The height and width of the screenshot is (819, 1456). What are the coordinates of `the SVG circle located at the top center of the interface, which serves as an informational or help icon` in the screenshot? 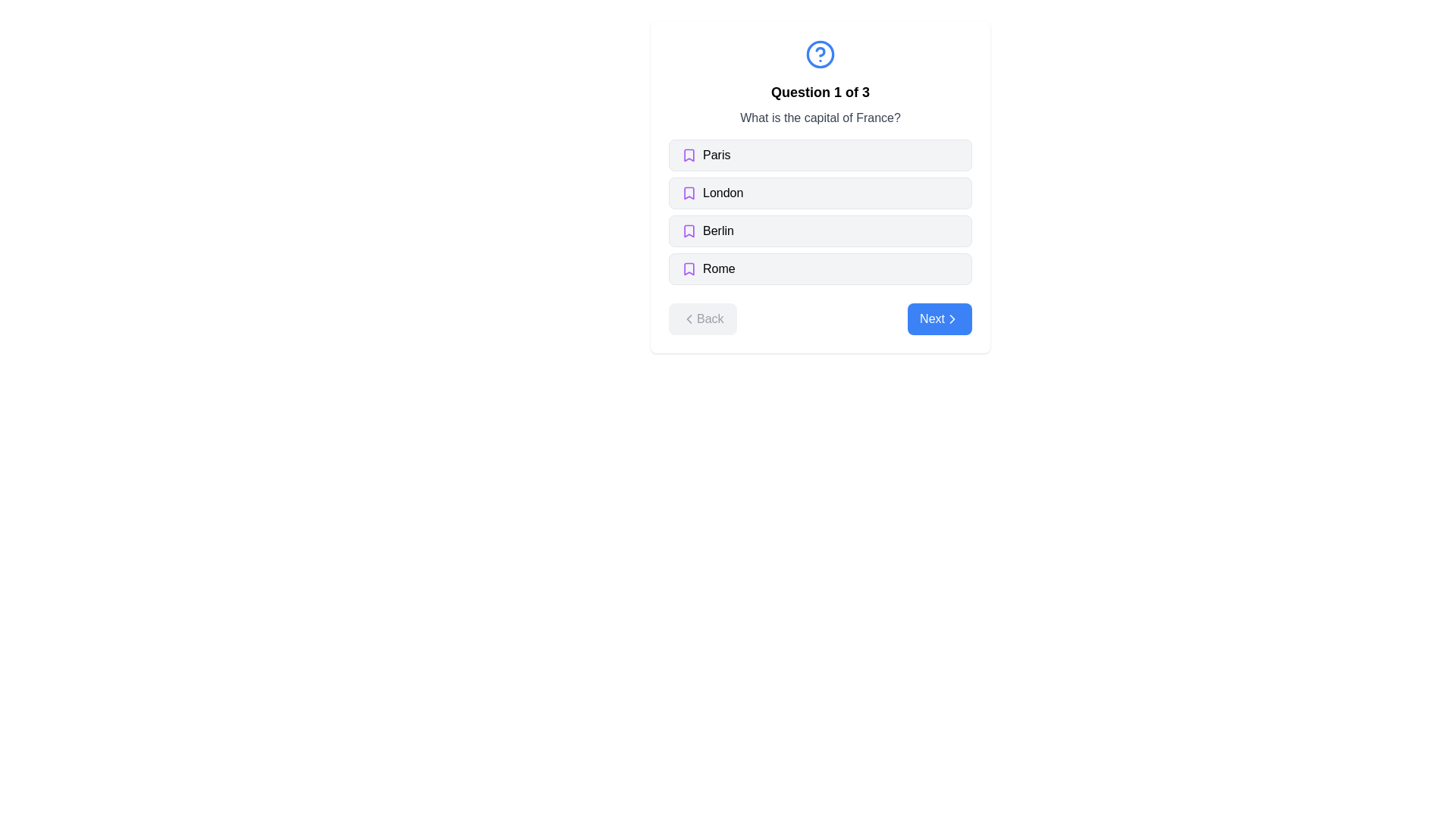 It's located at (819, 54).